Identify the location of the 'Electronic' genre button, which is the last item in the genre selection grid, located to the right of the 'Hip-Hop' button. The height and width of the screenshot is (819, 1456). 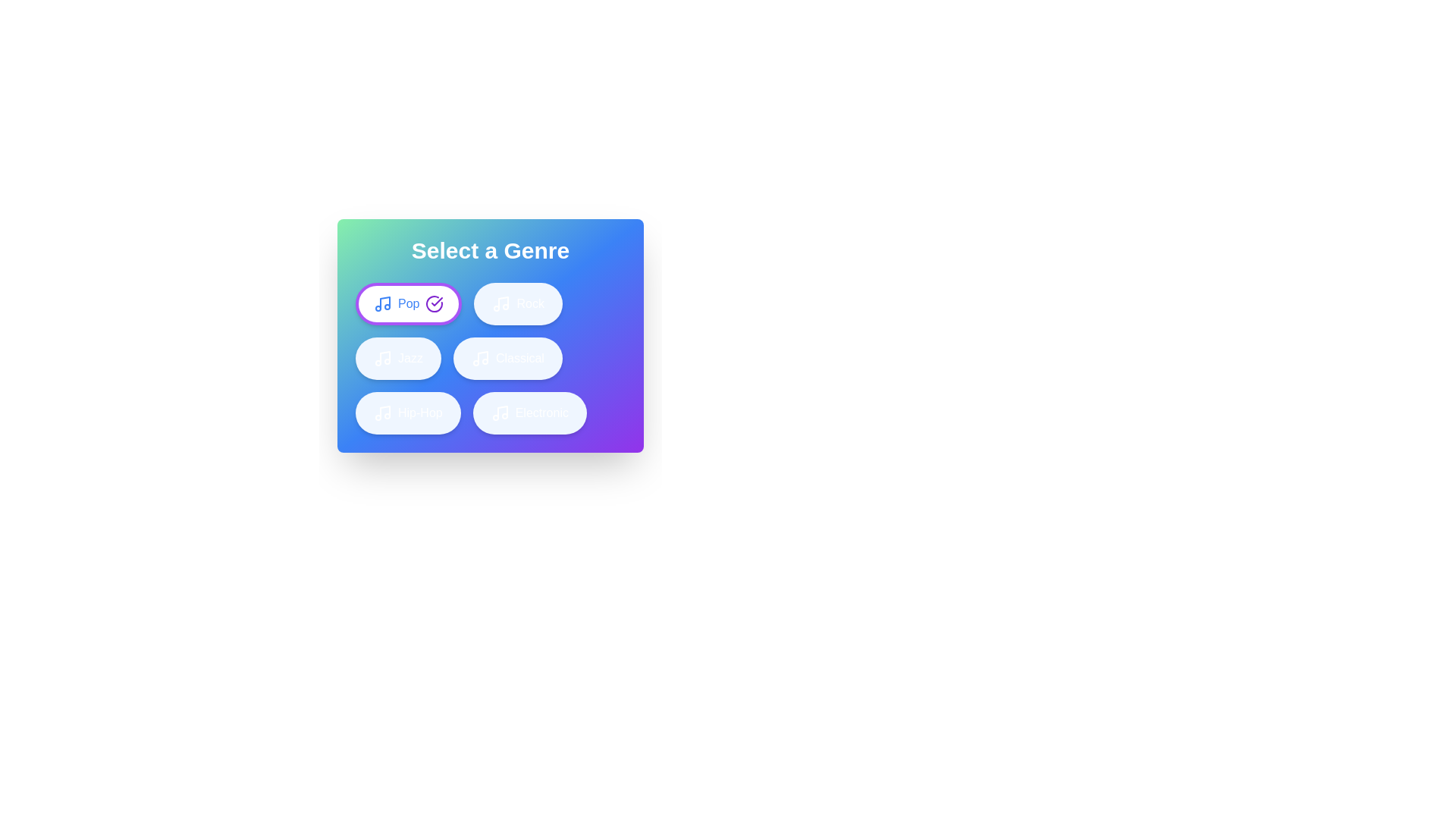
(529, 413).